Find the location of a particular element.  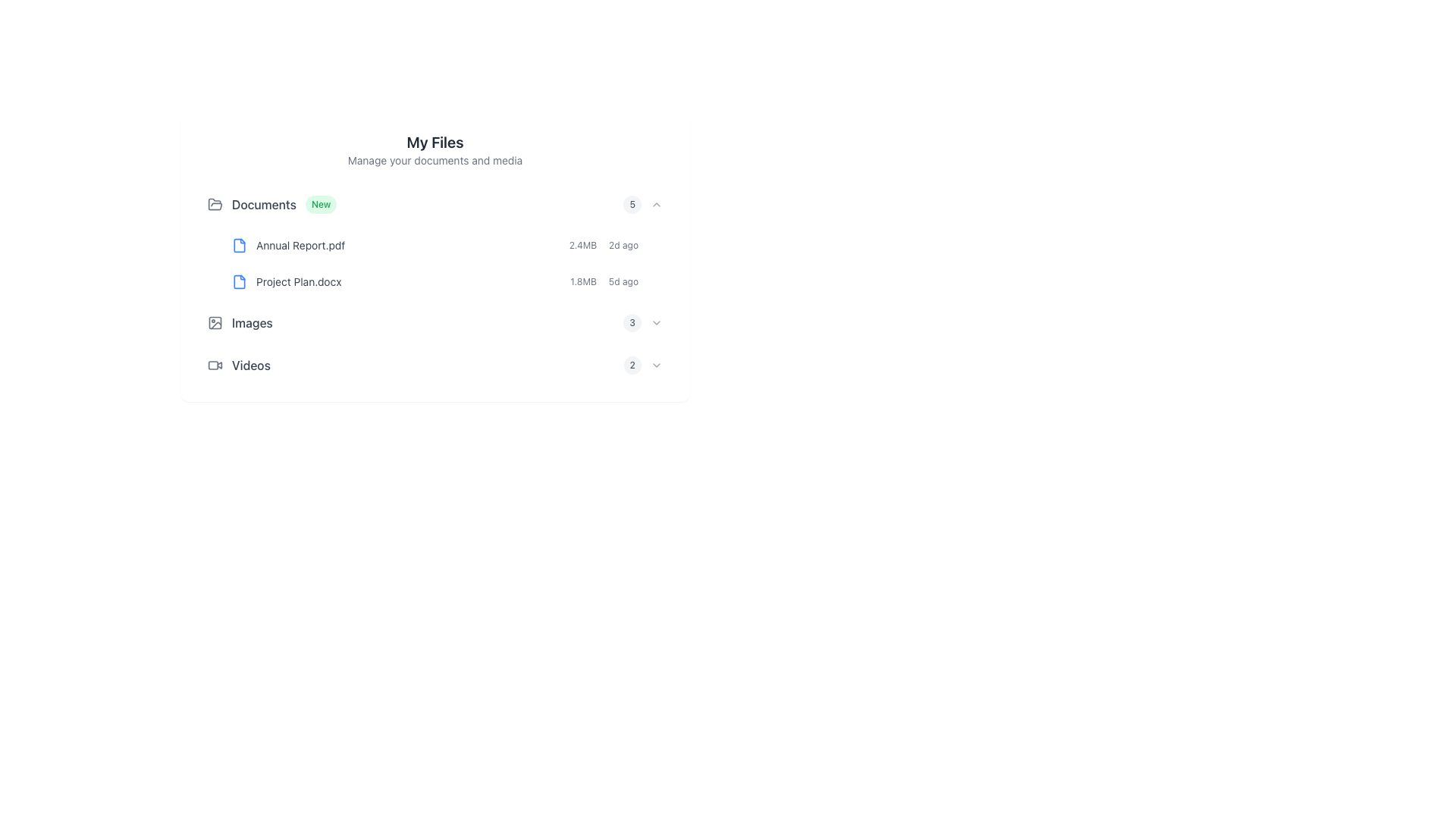

the Text label indicating the file size in megabytes, which is positioned to the left of '5d ago' and aligned with the download icon is located at coordinates (582, 281).